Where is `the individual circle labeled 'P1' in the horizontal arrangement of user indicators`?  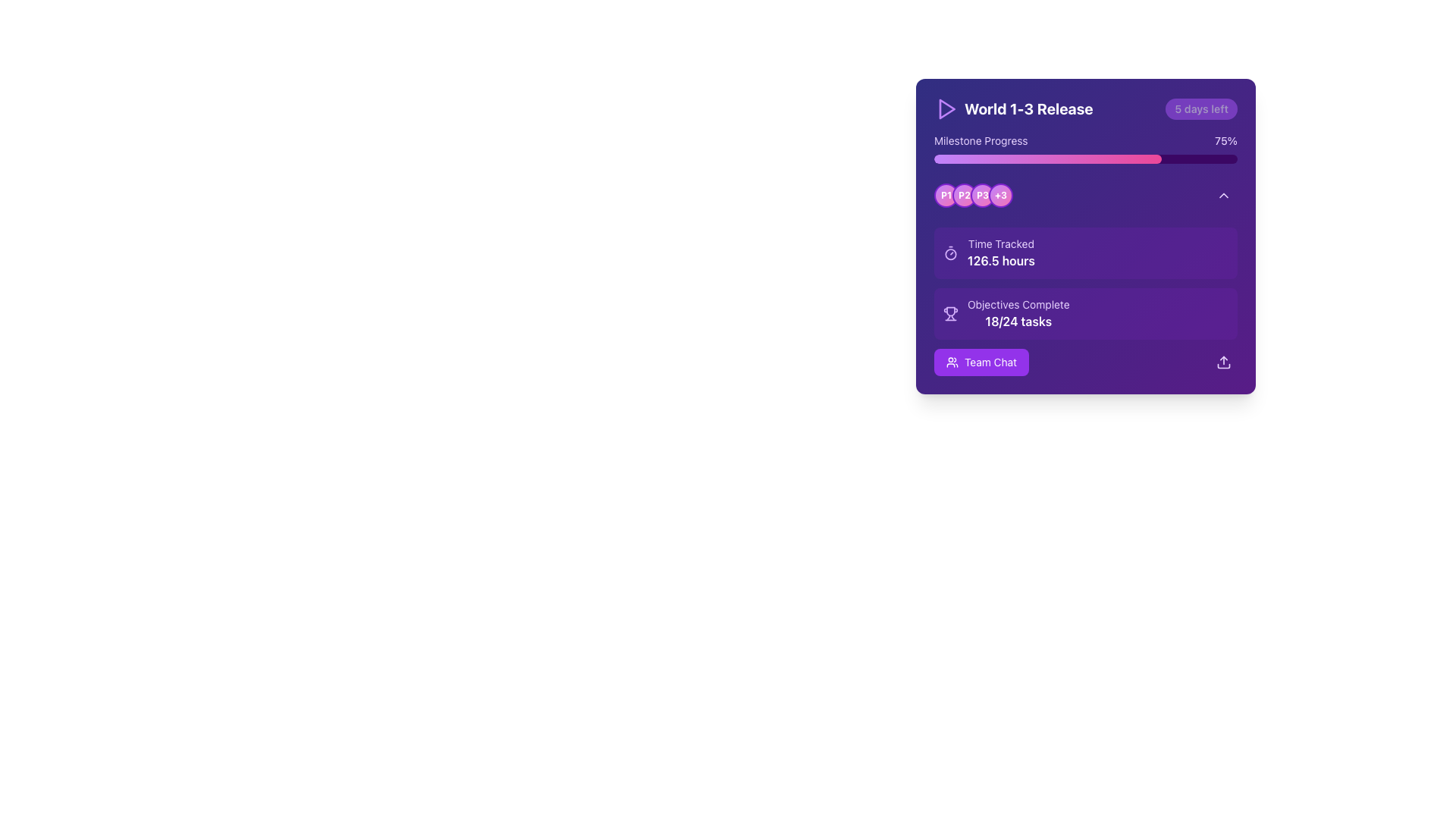 the individual circle labeled 'P1' in the horizontal arrangement of user indicators is located at coordinates (973, 195).